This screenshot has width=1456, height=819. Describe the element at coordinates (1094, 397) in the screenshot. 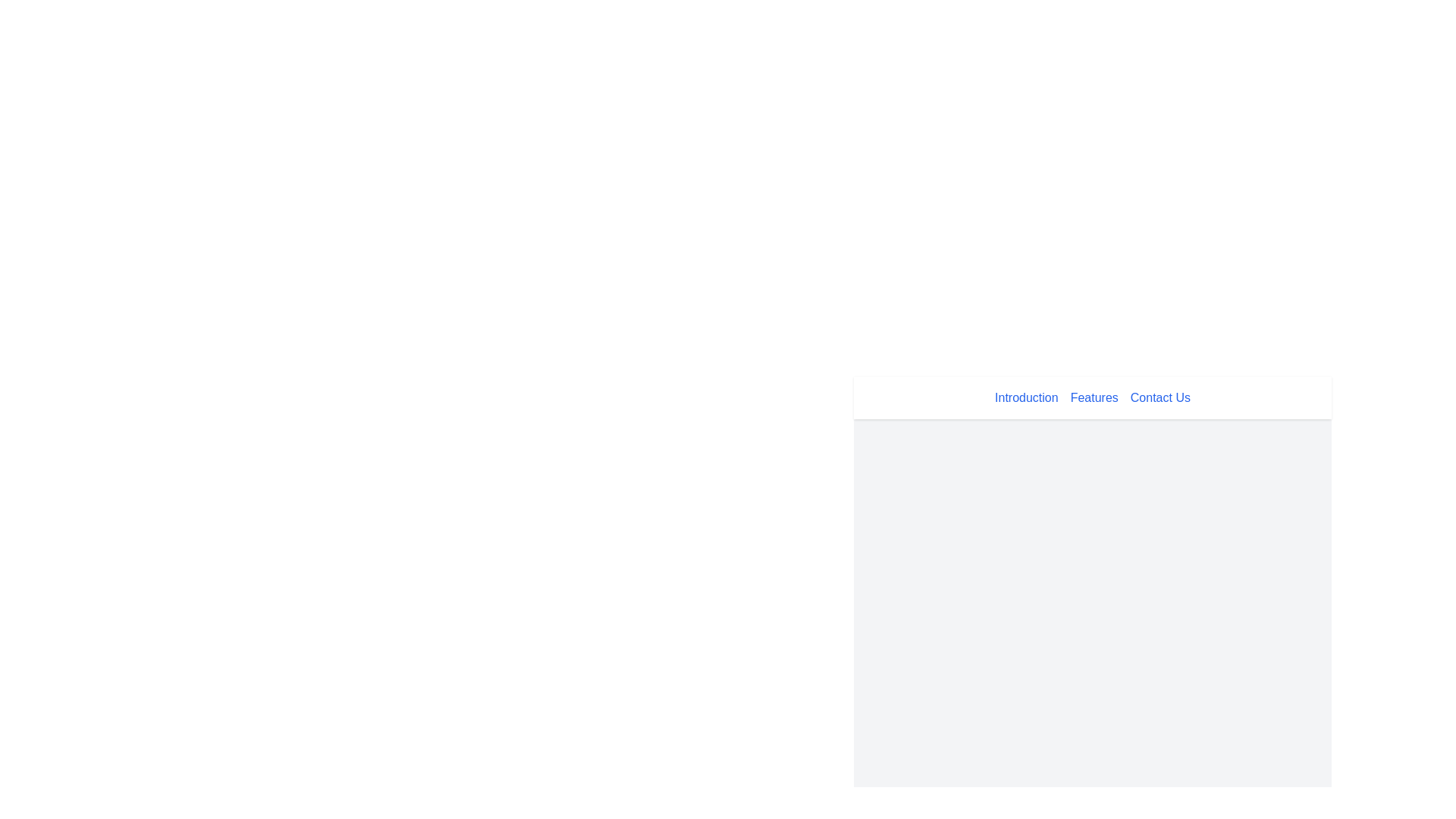

I see `the highlighted text link labeled 'Features' in the horizontal navigation menu` at that location.